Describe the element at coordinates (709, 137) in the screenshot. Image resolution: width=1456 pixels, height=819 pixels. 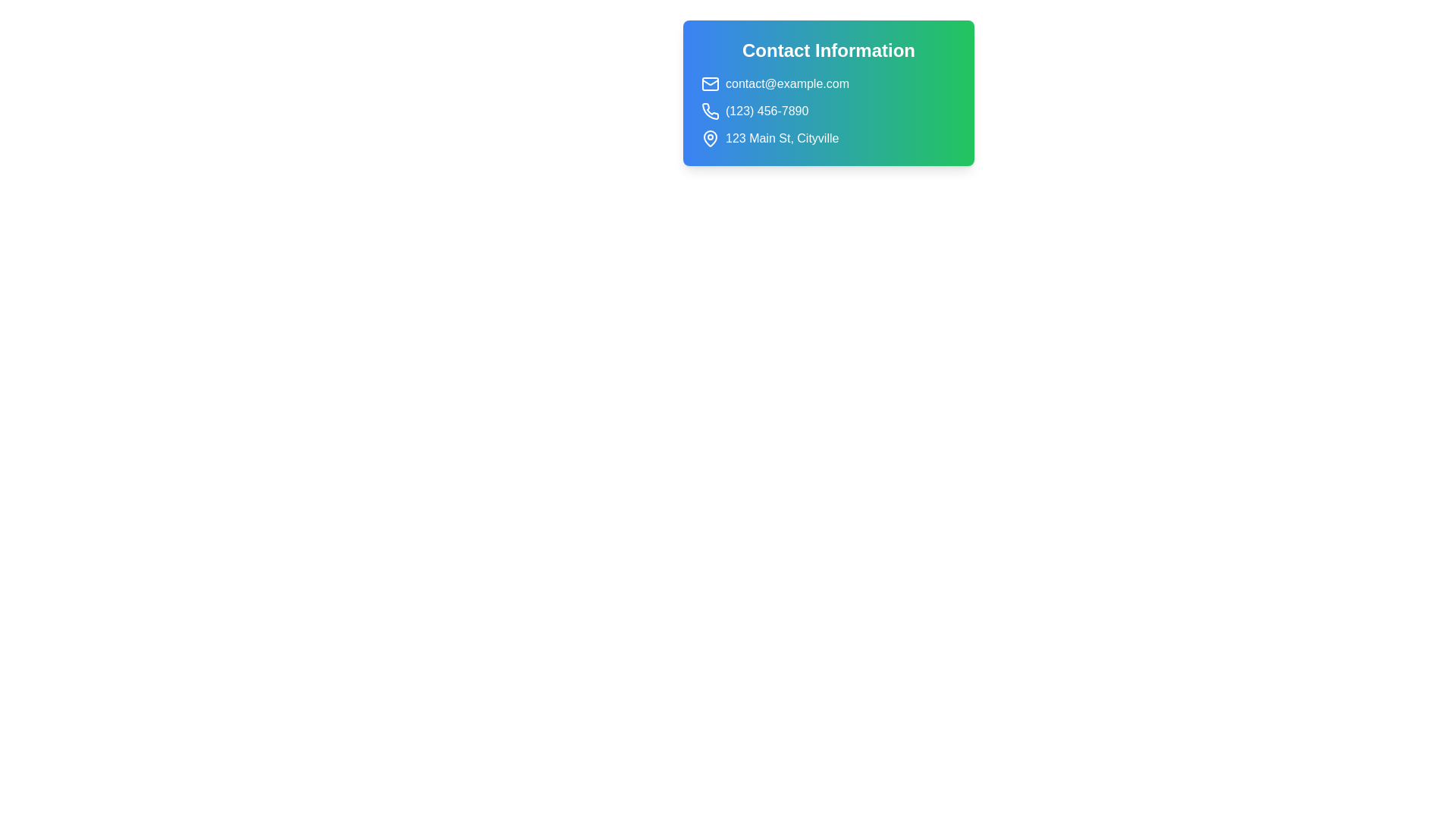
I see `the pin icon located at the bottom left of the '123 Main St, Cityville' text label, which is styled with a clean outline and serves as a location marker` at that location.